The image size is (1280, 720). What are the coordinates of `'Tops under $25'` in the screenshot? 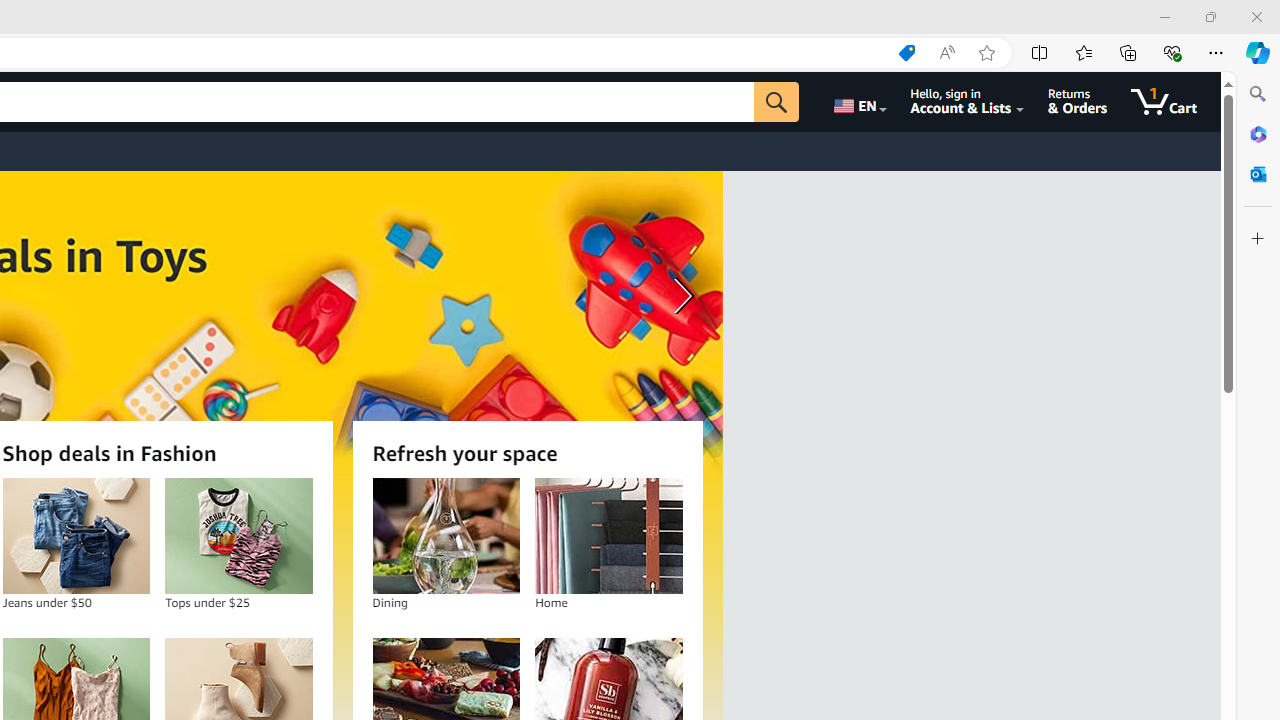 It's located at (239, 535).